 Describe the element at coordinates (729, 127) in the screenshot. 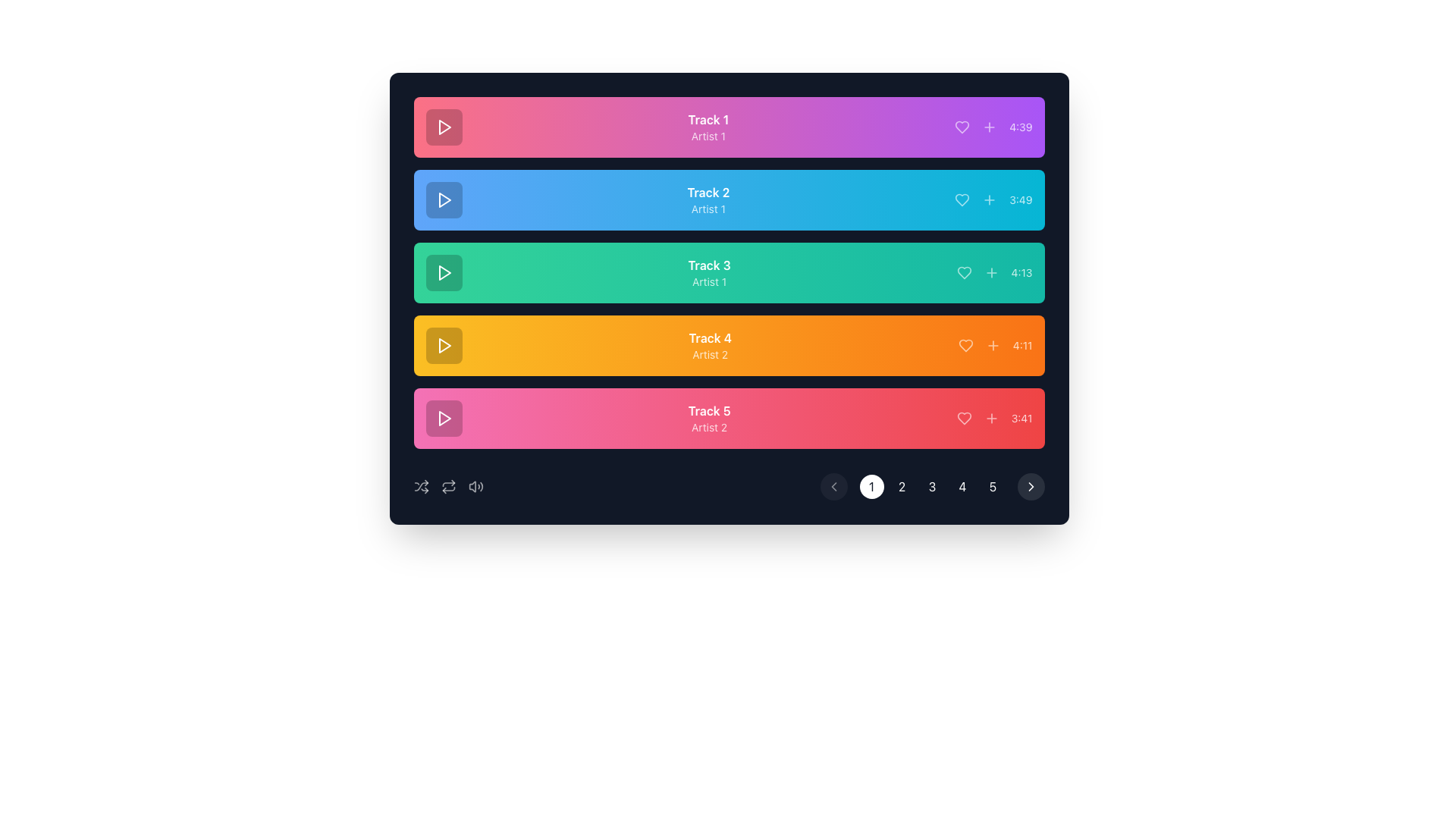

I see `the first track entry in the playlist interface` at that location.